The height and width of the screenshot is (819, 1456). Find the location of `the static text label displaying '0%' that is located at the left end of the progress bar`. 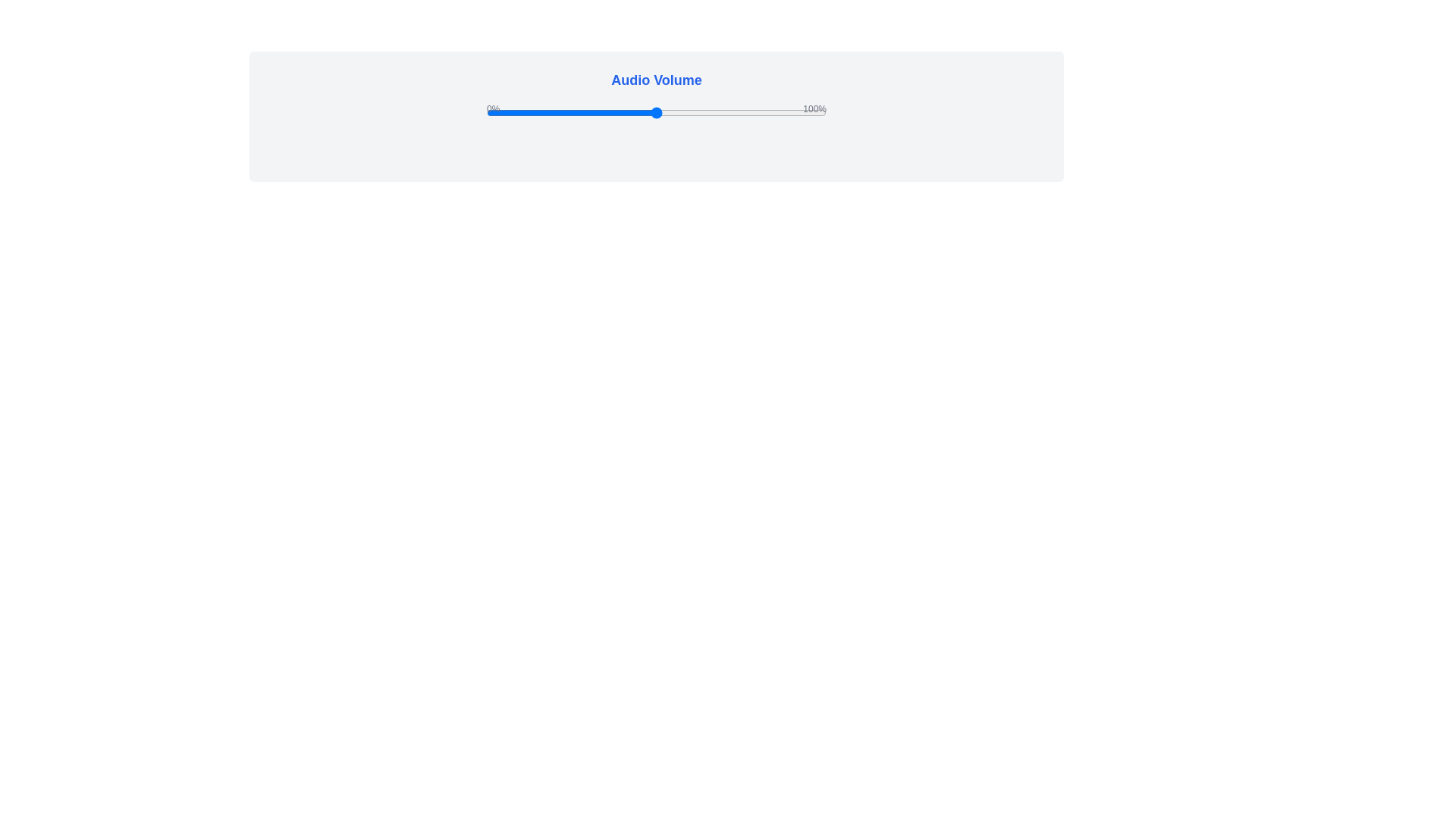

the static text label displaying '0%' that is located at the left end of the progress bar is located at coordinates (493, 108).